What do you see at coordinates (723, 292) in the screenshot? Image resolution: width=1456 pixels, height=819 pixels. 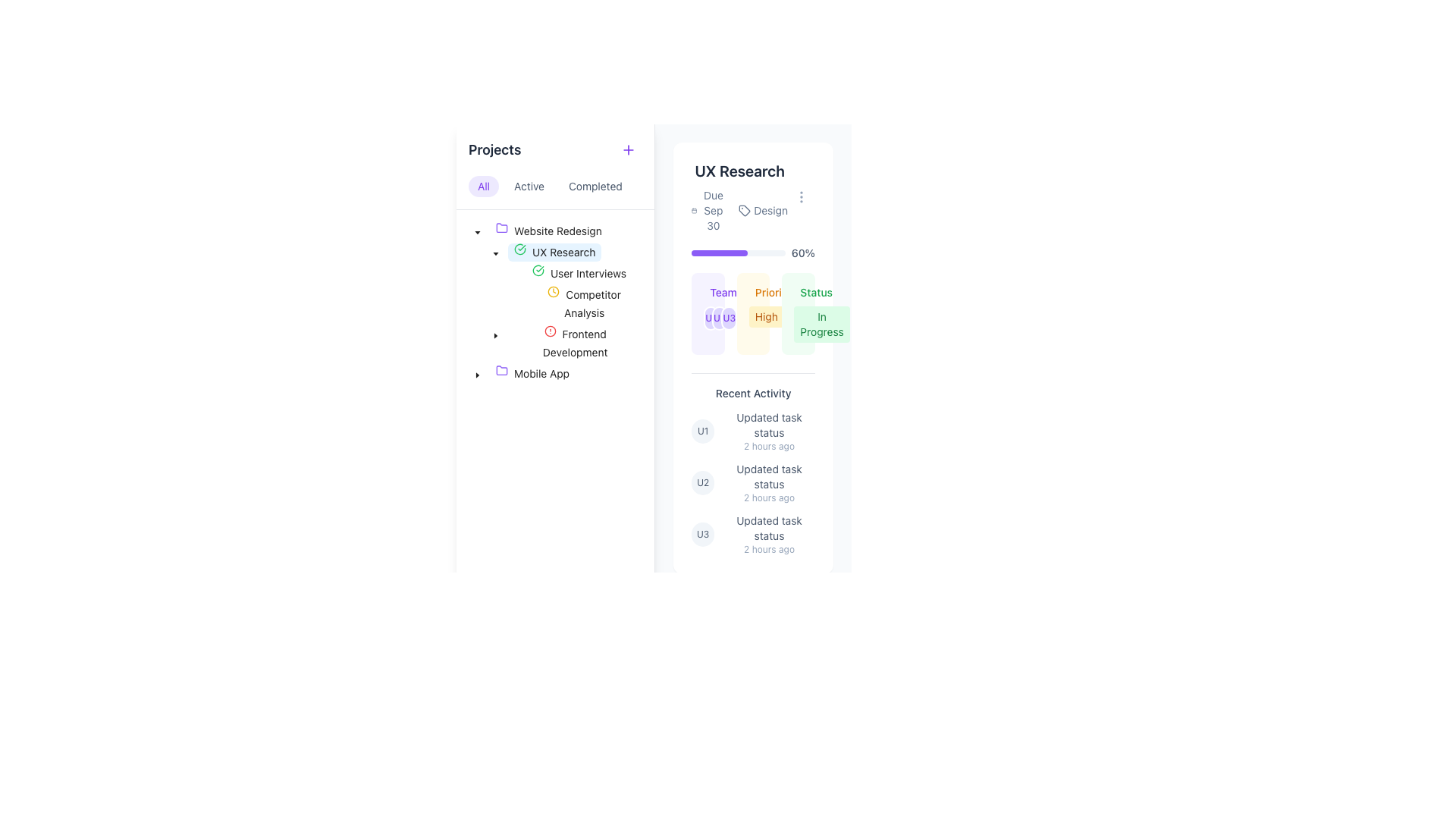 I see `the 'Team' text label, which is styled with a smaller font size, medium weight, and violet color, located in the center-right panel beneath the progress bar` at bounding box center [723, 292].